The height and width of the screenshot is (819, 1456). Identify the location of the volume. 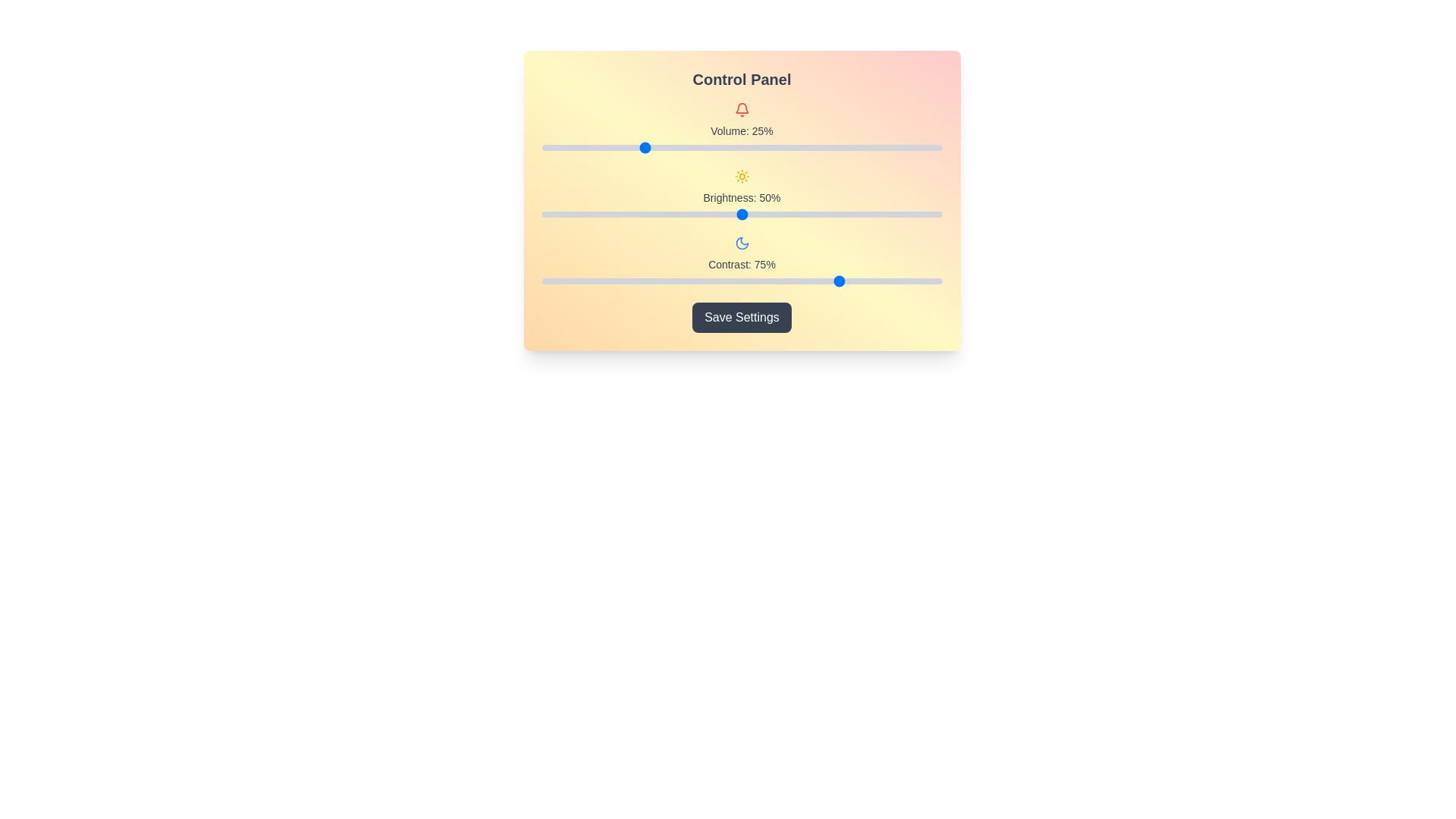
(553, 148).